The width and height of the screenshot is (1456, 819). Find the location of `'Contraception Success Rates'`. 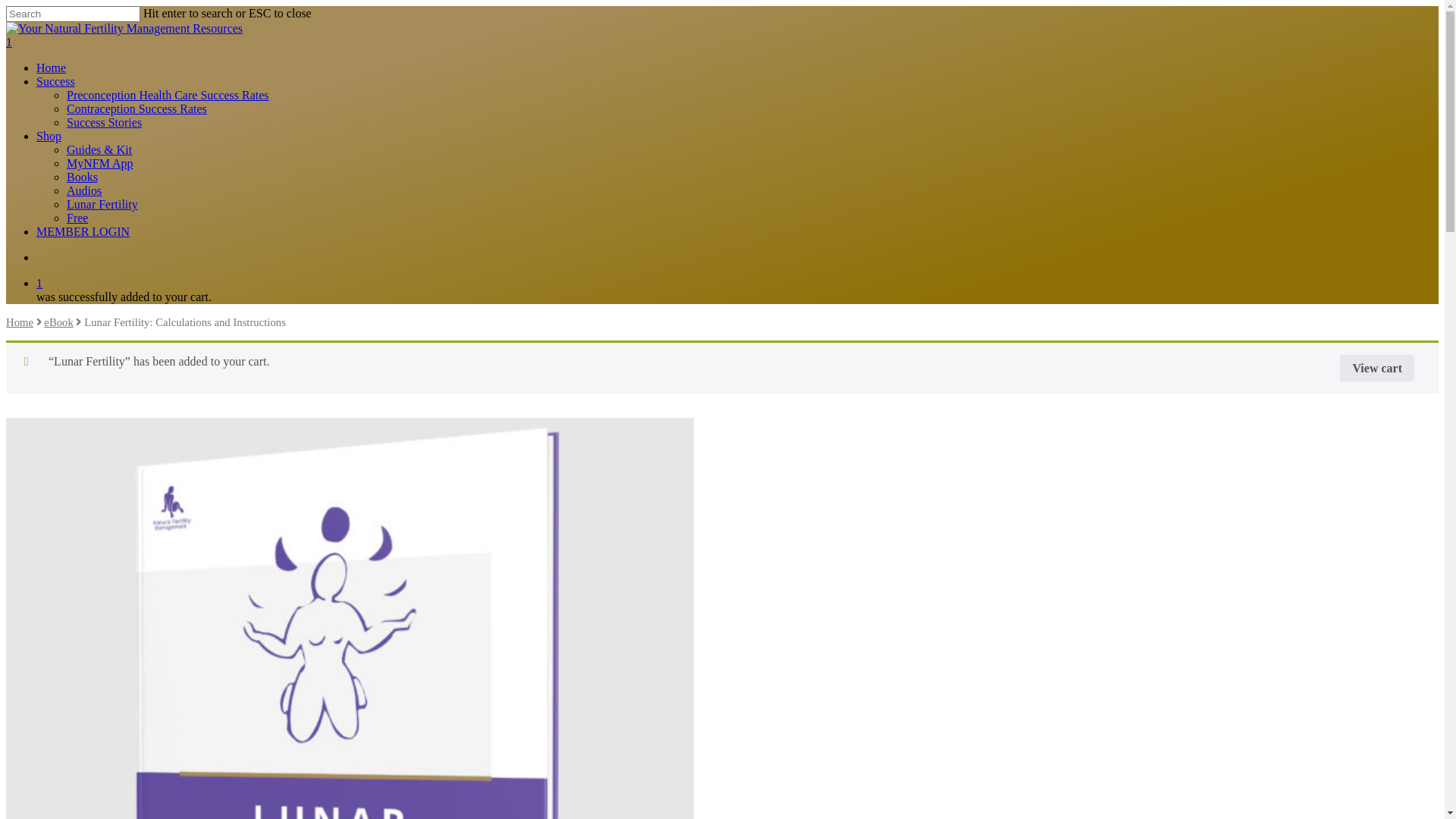

'Contraception Success Rates' is located at coordinates (136, 108).